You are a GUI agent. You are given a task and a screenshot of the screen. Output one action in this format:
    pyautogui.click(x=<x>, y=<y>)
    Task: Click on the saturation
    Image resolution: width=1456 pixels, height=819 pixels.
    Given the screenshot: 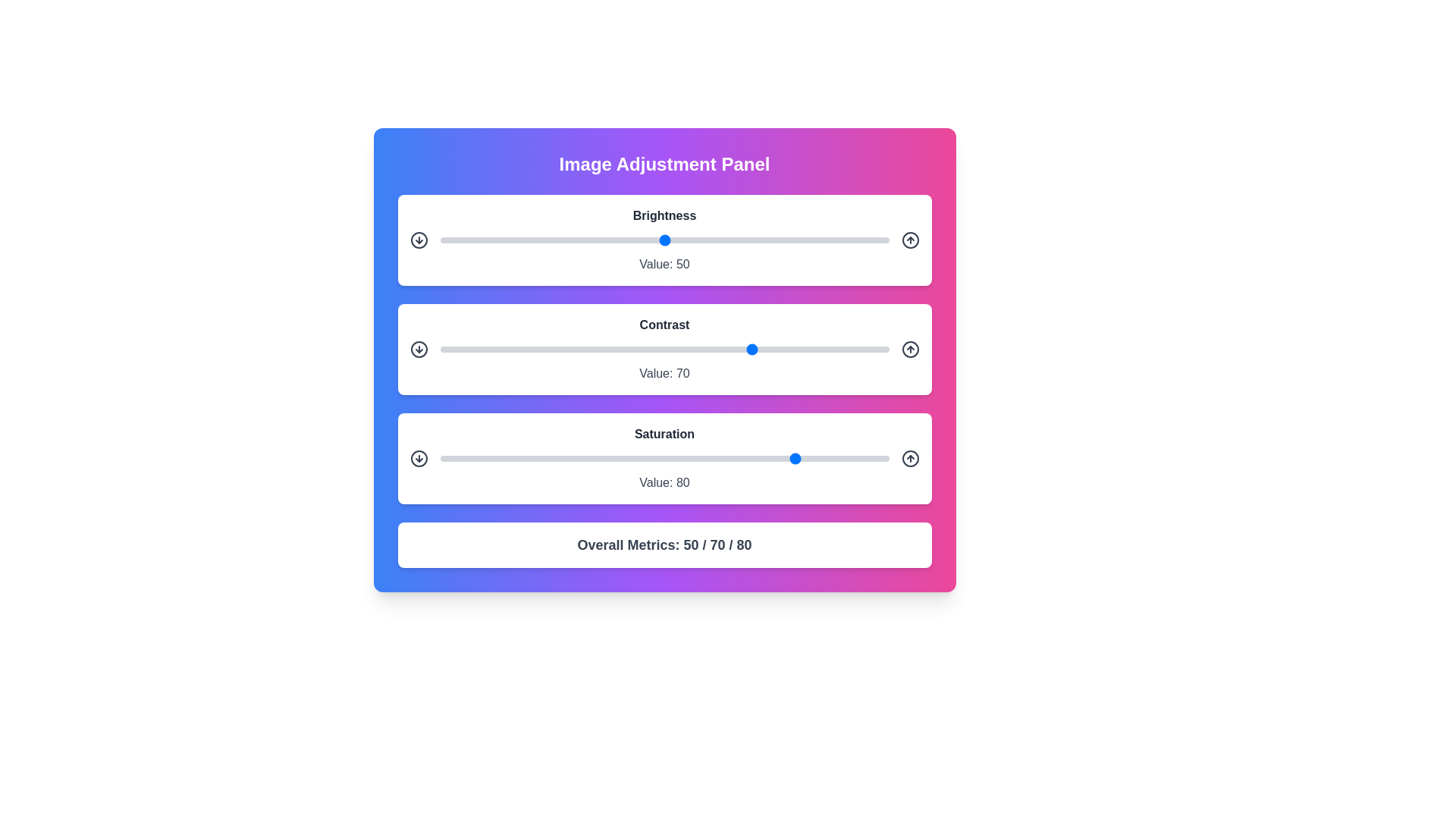 What is the action you would take?
    pyautogui.click(x=574, y=458)
    